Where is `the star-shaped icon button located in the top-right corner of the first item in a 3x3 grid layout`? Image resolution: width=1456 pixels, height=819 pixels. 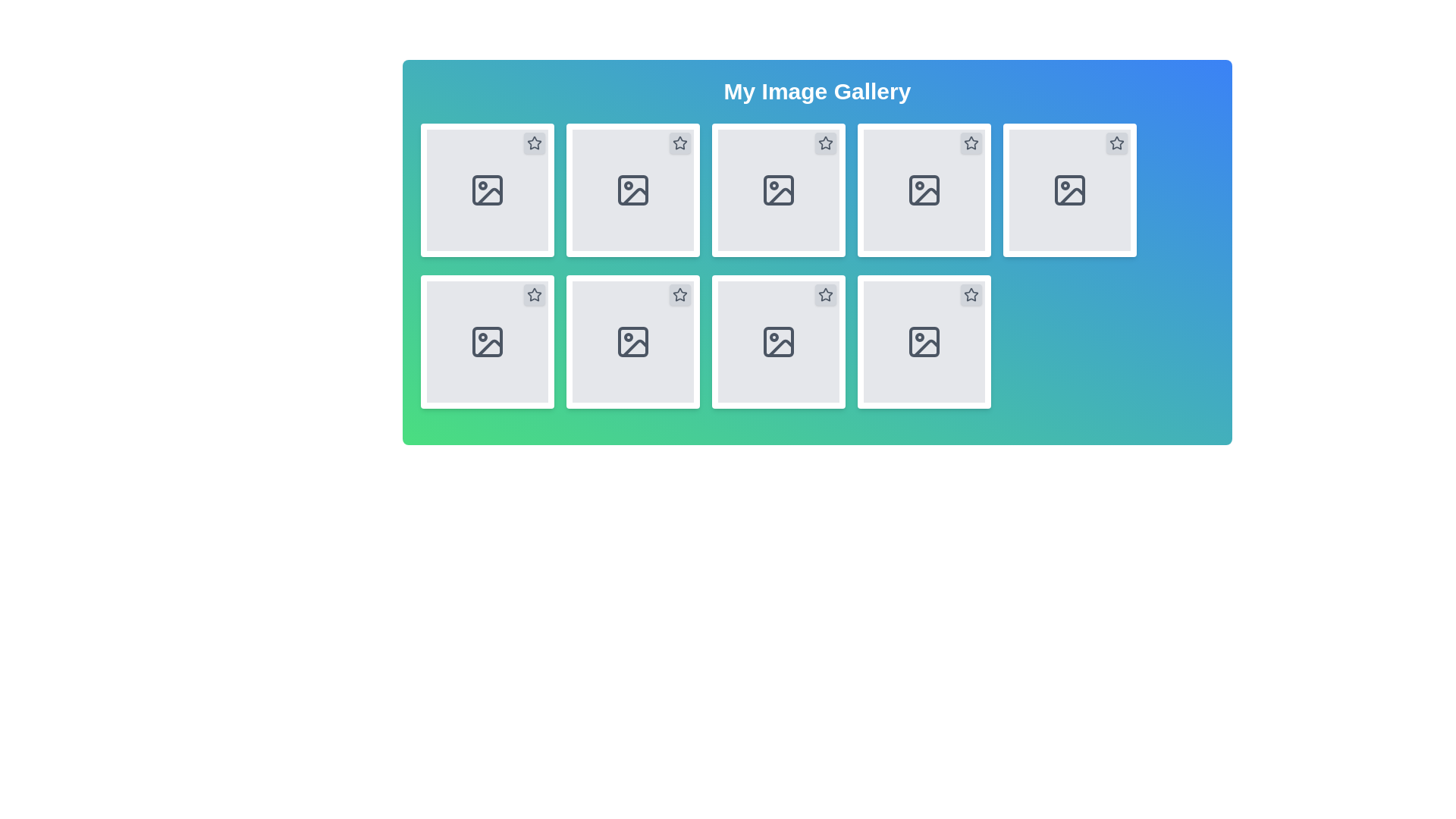
the star-shaped icon button located in the top-right corner of the first item in a 3x3 grid layout is located at coordinates (535, 143).